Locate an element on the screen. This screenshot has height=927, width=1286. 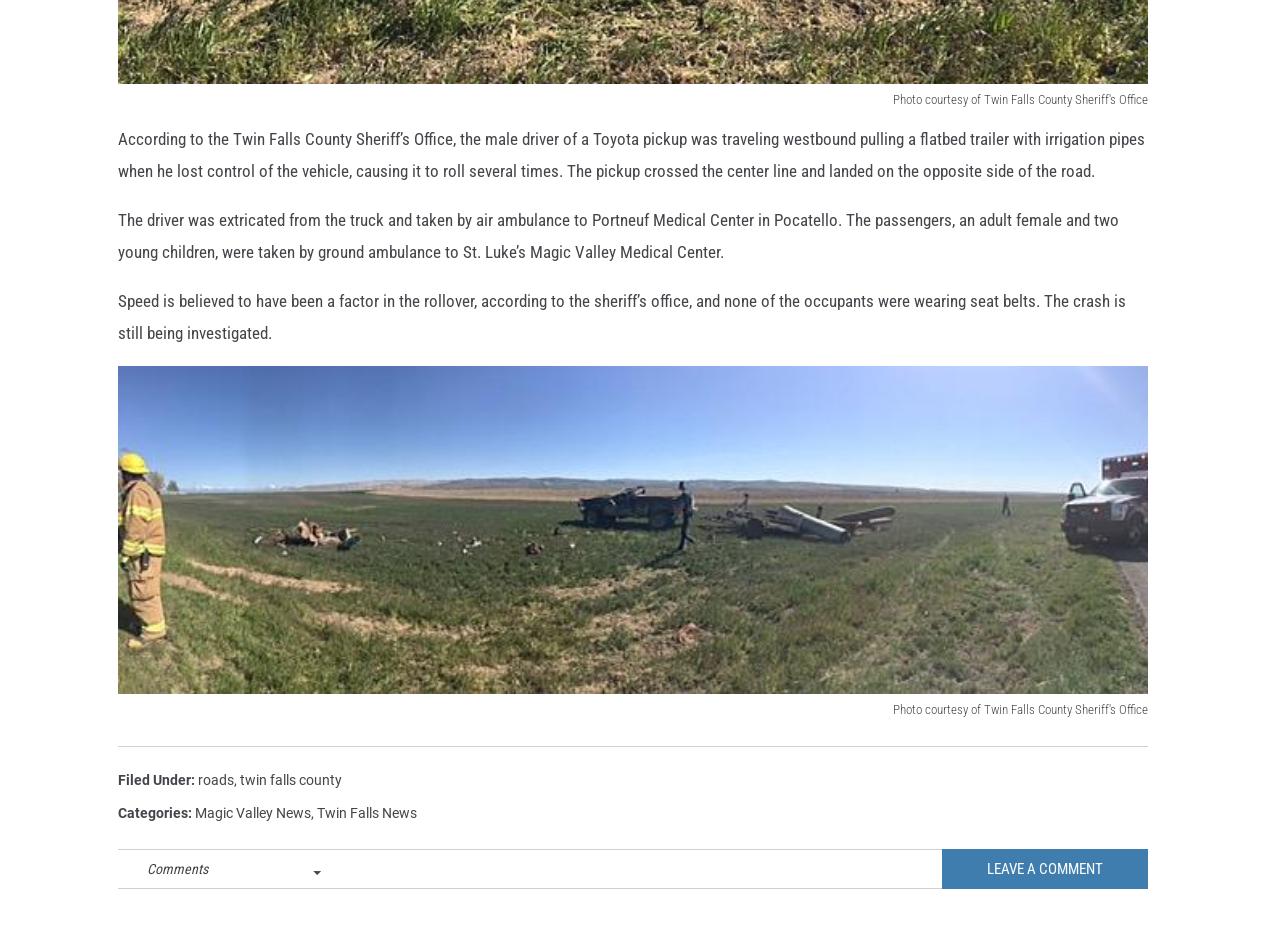
'According to the Twin Falls County Sheriff’s Office, the male driver of a Toyota pickup was traveling westbound pulling a flatbed trailer with irrigation pipes when he lost control of the vehicle, causing it to roll several times. The pickup crossed the center line and landed on the opposite side of the road.' is located at coordinates (630, 185).